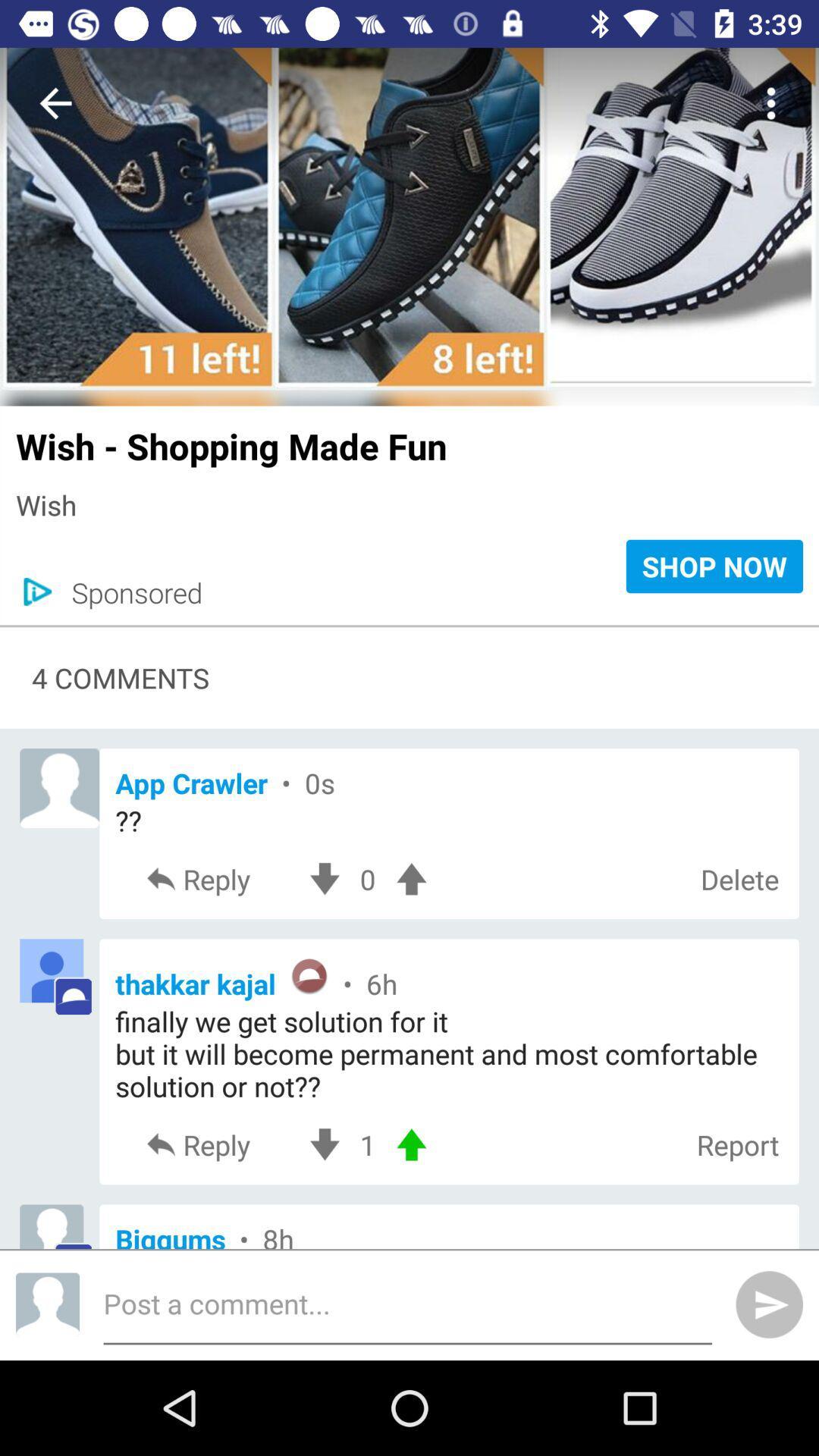 The height and width of the screenshot is (1456, 819). What do you see at coordinates (128, 591) in the screenshot?
I see `the item below the wish` at bounding box center [128, 591].